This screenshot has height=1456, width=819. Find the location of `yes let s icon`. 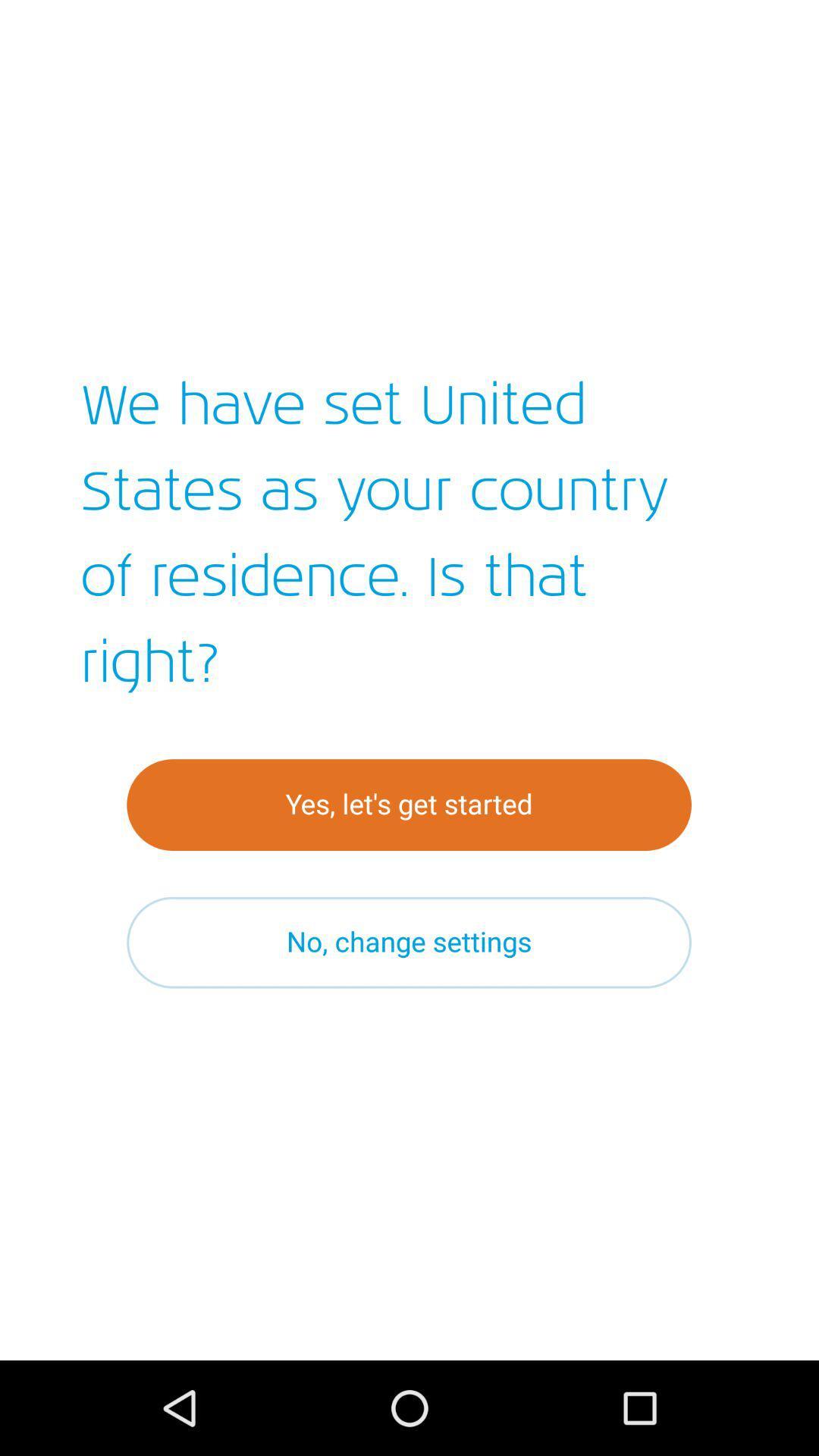

yes let s icon is located at coordinates (408, 804).